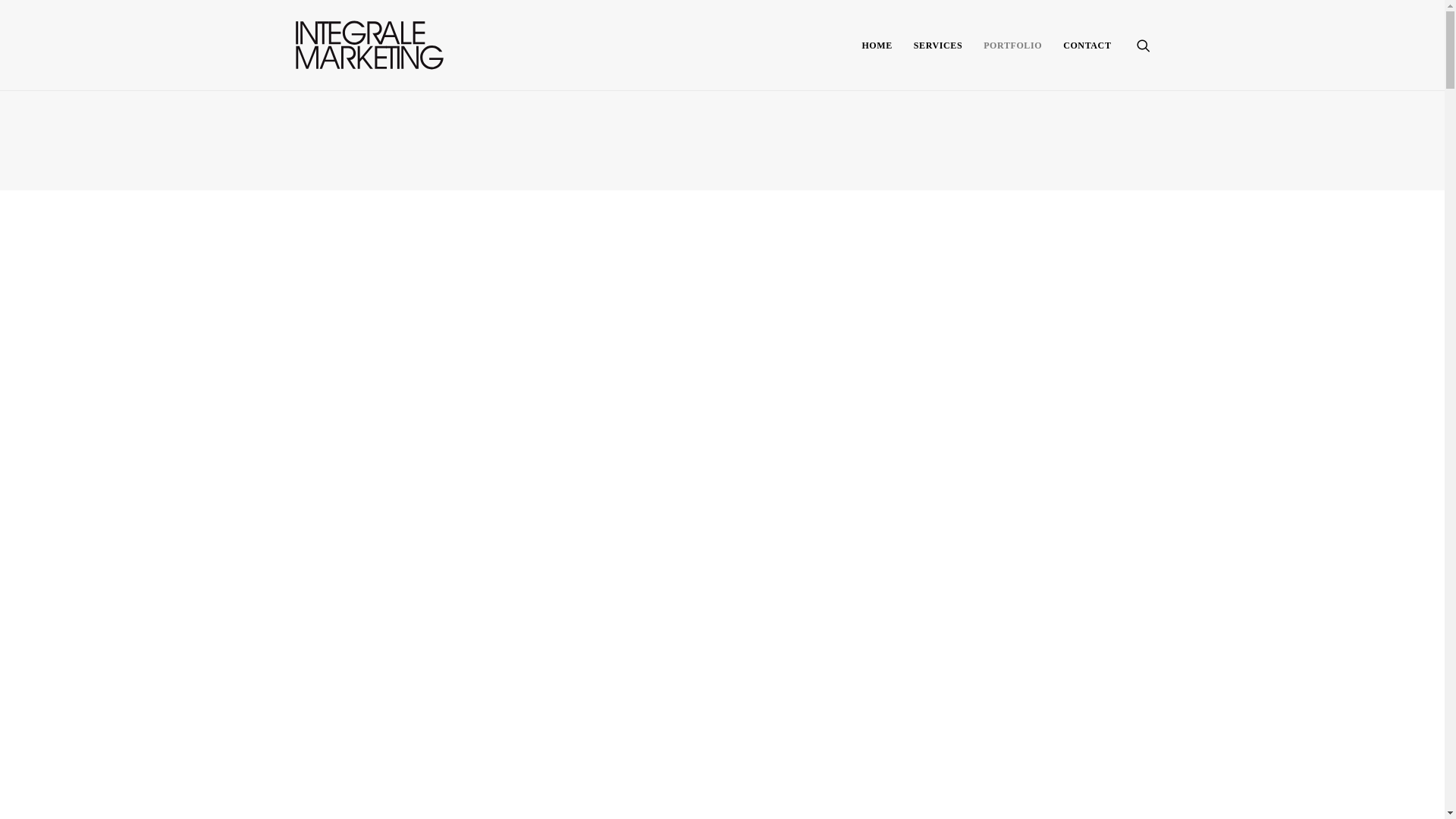 This screenshot has height=819, width=1456. Describe the element at coordinates (877, 44) in the screenshot. I see `'HOME'` at that location.